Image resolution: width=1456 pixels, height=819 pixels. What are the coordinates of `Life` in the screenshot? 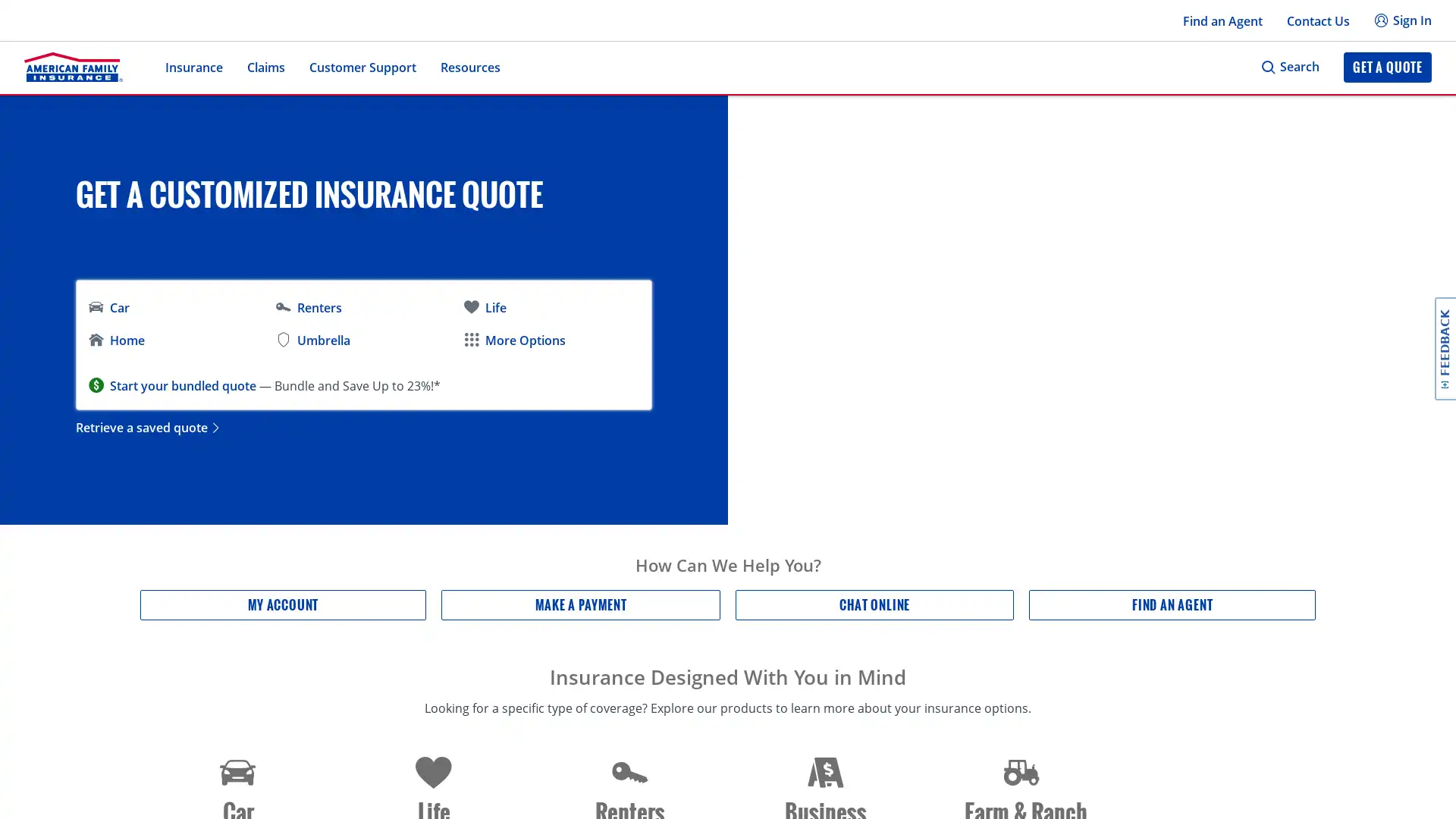 It's located at (483, 307).